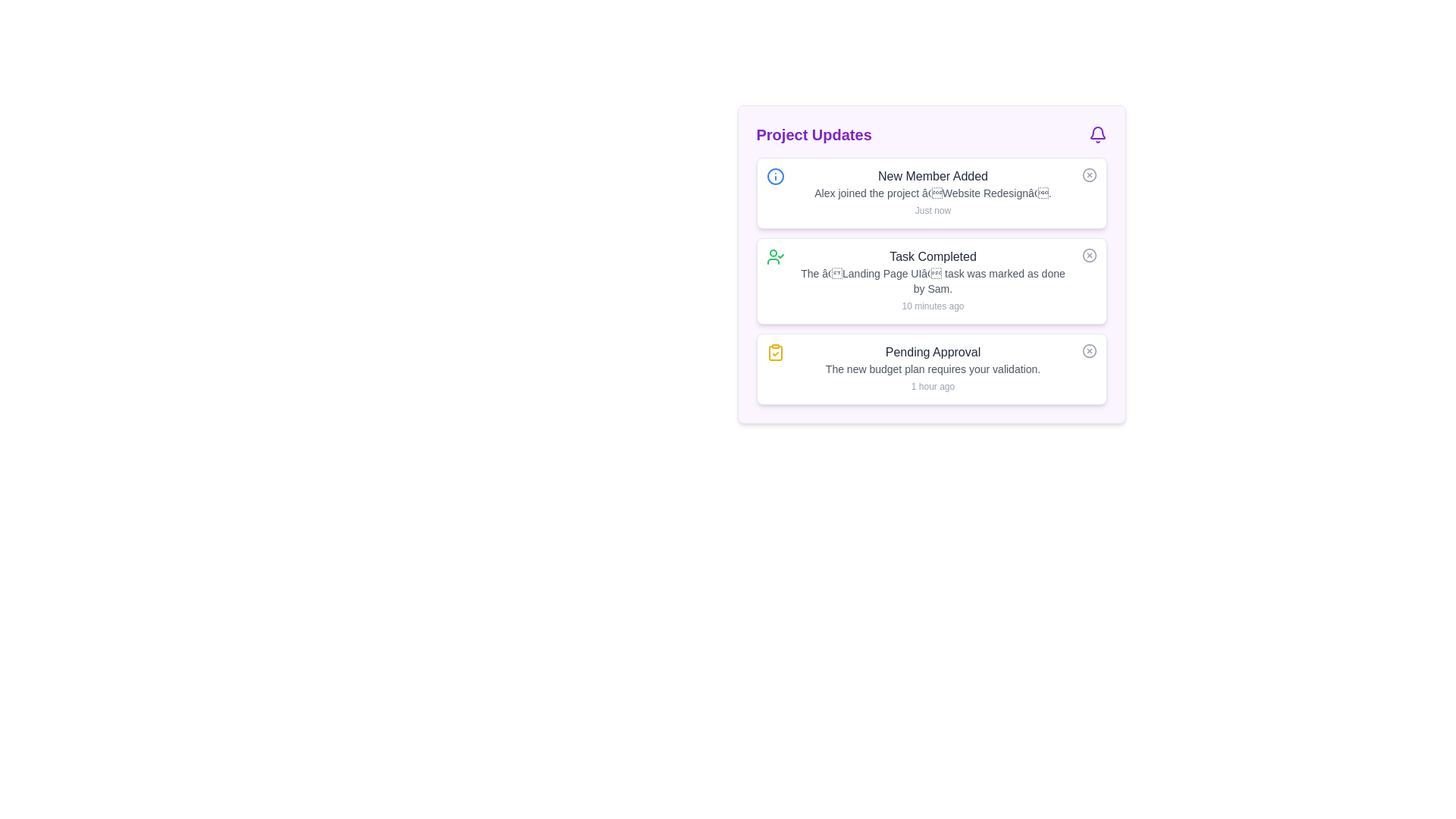  Describe the element at coordinates (932, 281) in the screenshot. I see `the informational text content that specifies the task's name and the user who marked it as done, located below the 'Task Completed' header` at that location.